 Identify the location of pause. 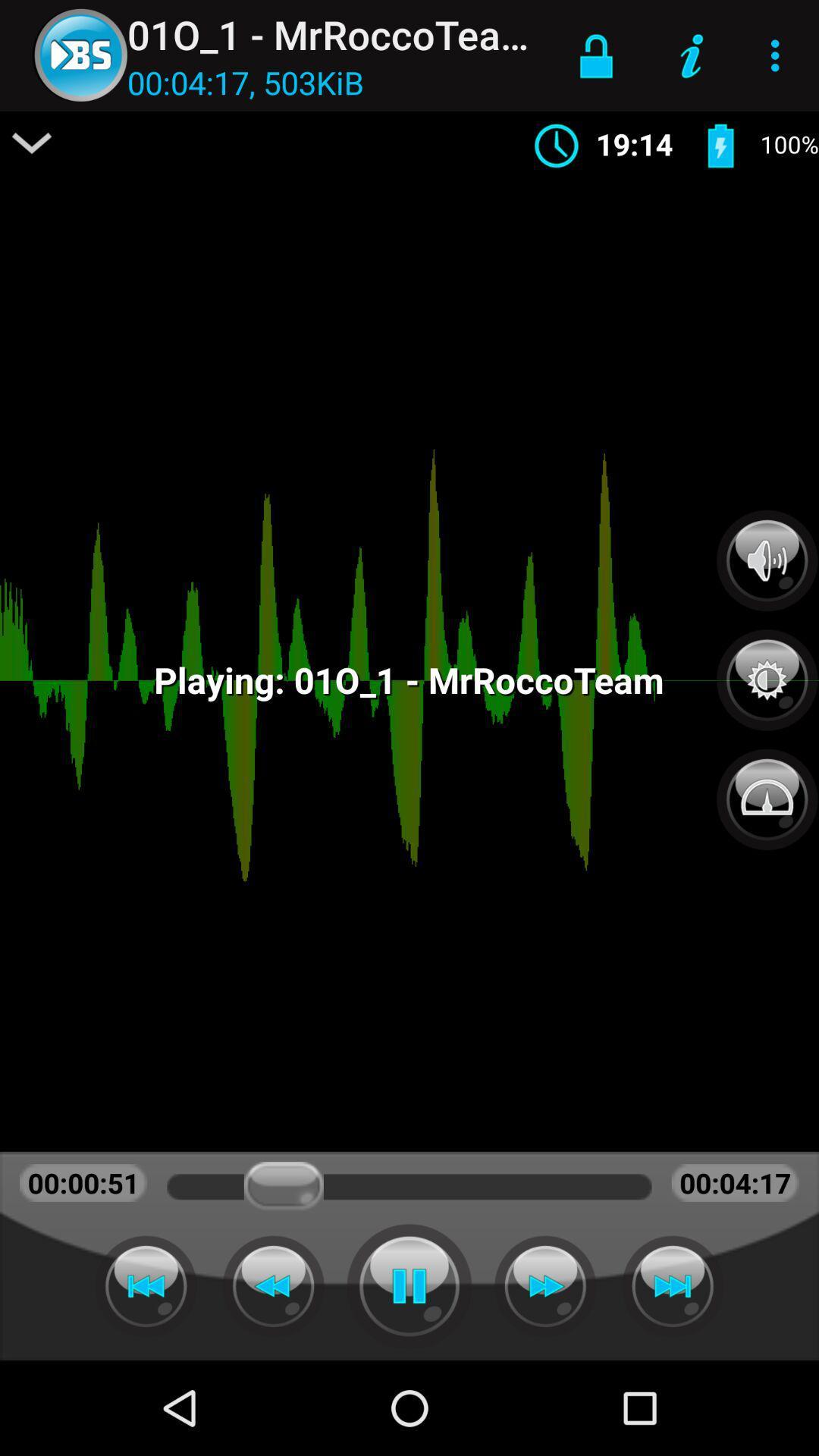
(409, 1285).